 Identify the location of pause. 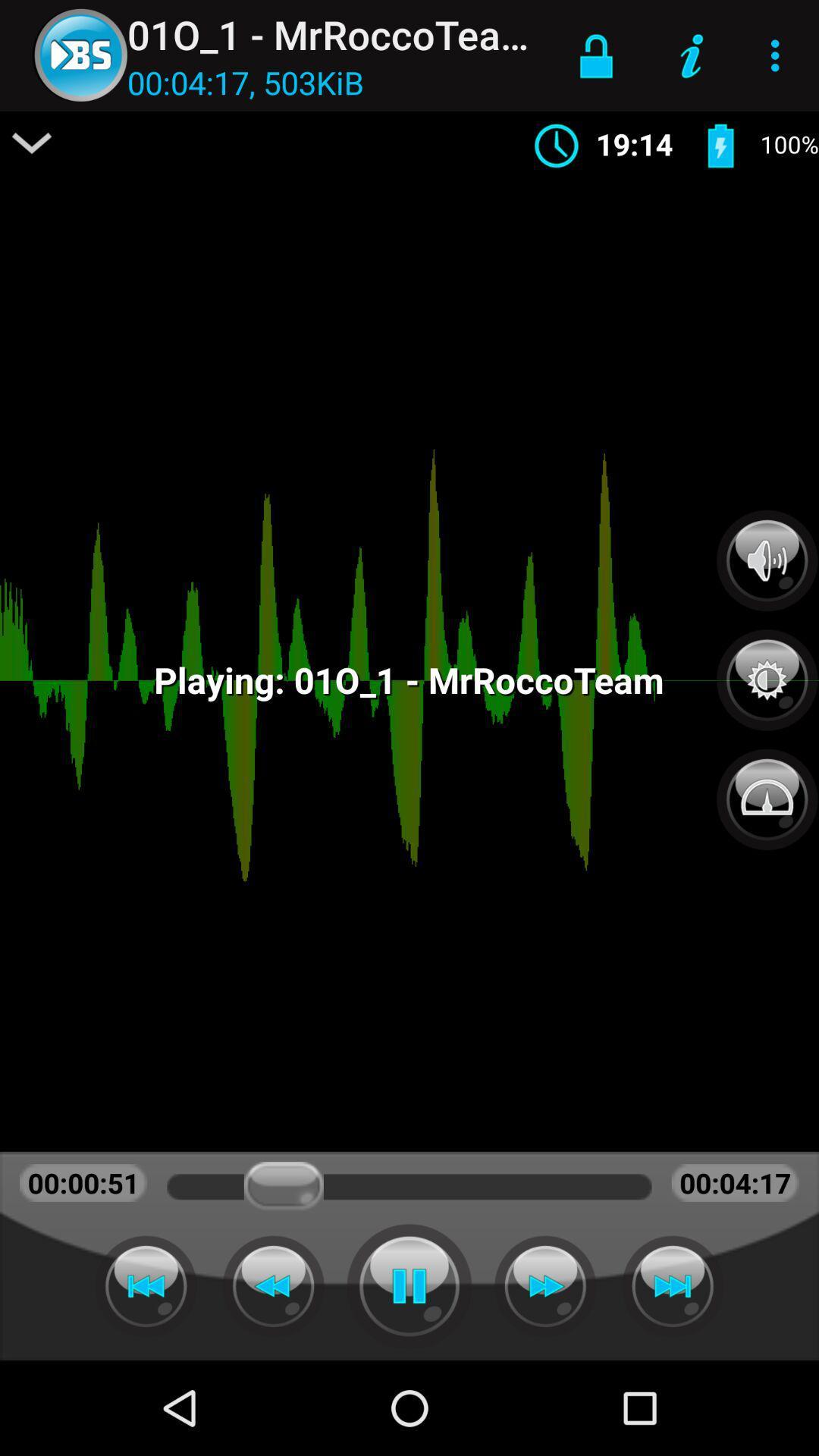
(409, 1285).